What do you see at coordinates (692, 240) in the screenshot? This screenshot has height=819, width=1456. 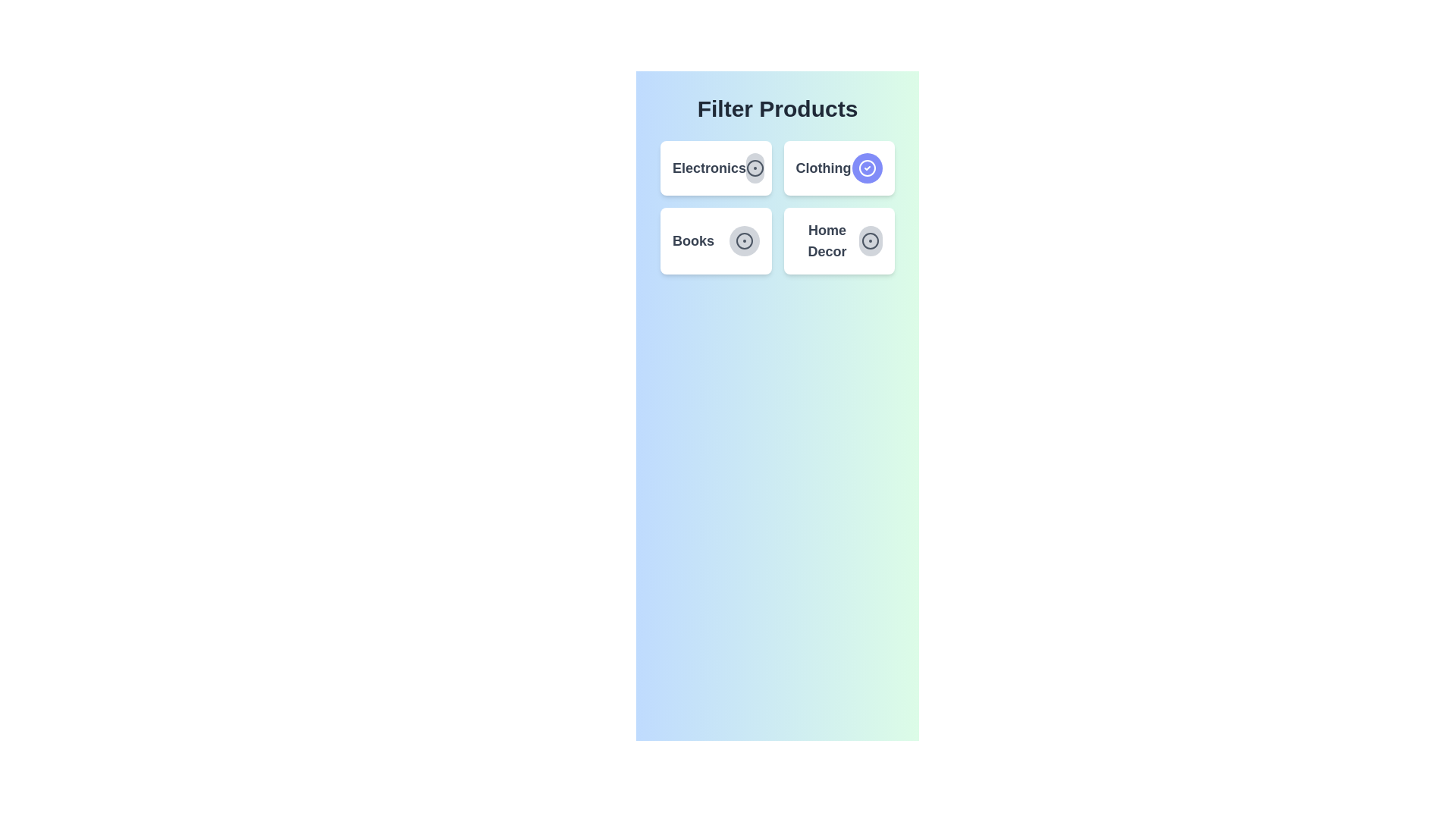 I see `the category text label Books by clicking on it` at bounding box center [692, 240].